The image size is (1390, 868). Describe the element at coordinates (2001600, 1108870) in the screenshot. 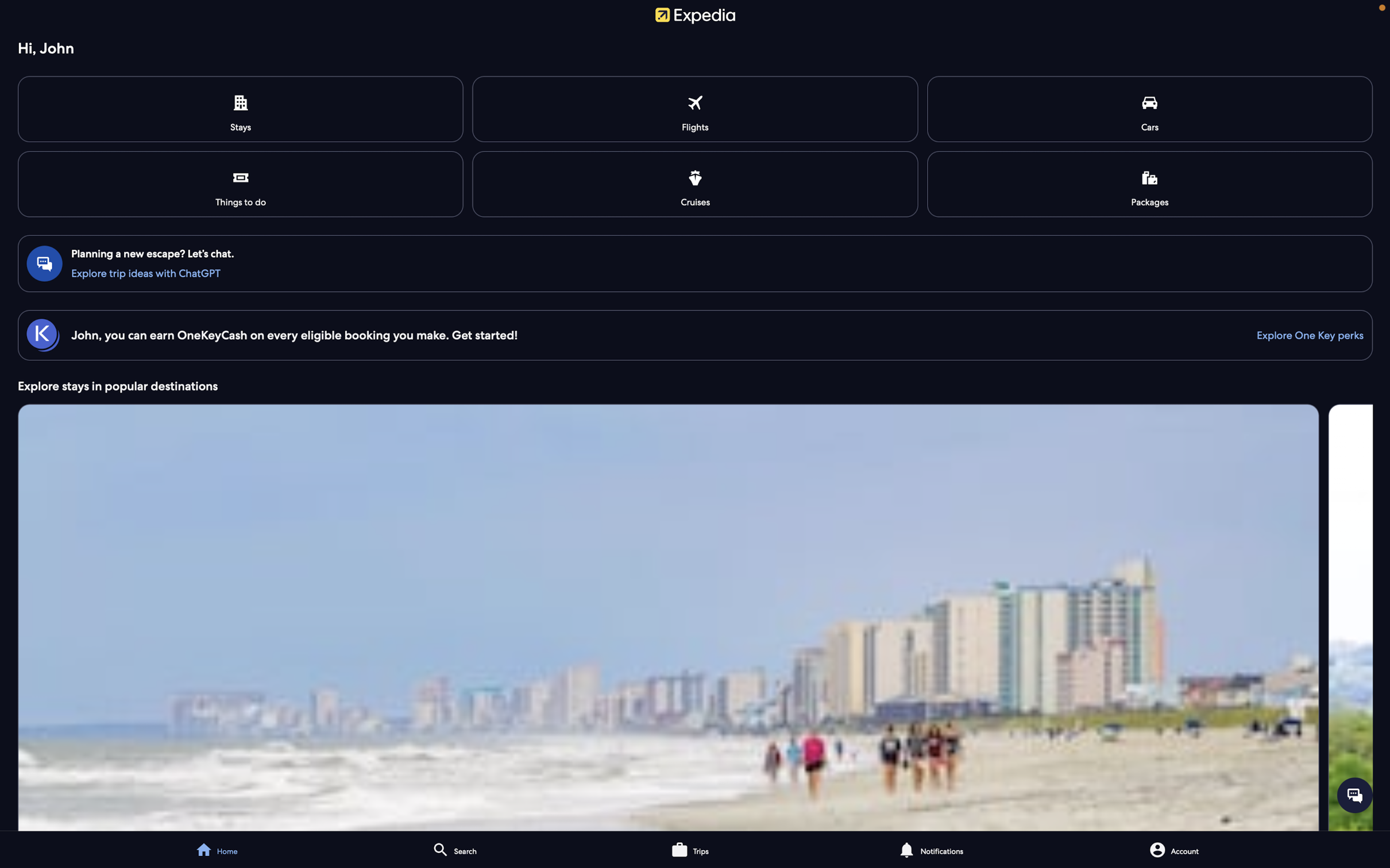

I see `Scroll through the "explore stays" section` at that location.